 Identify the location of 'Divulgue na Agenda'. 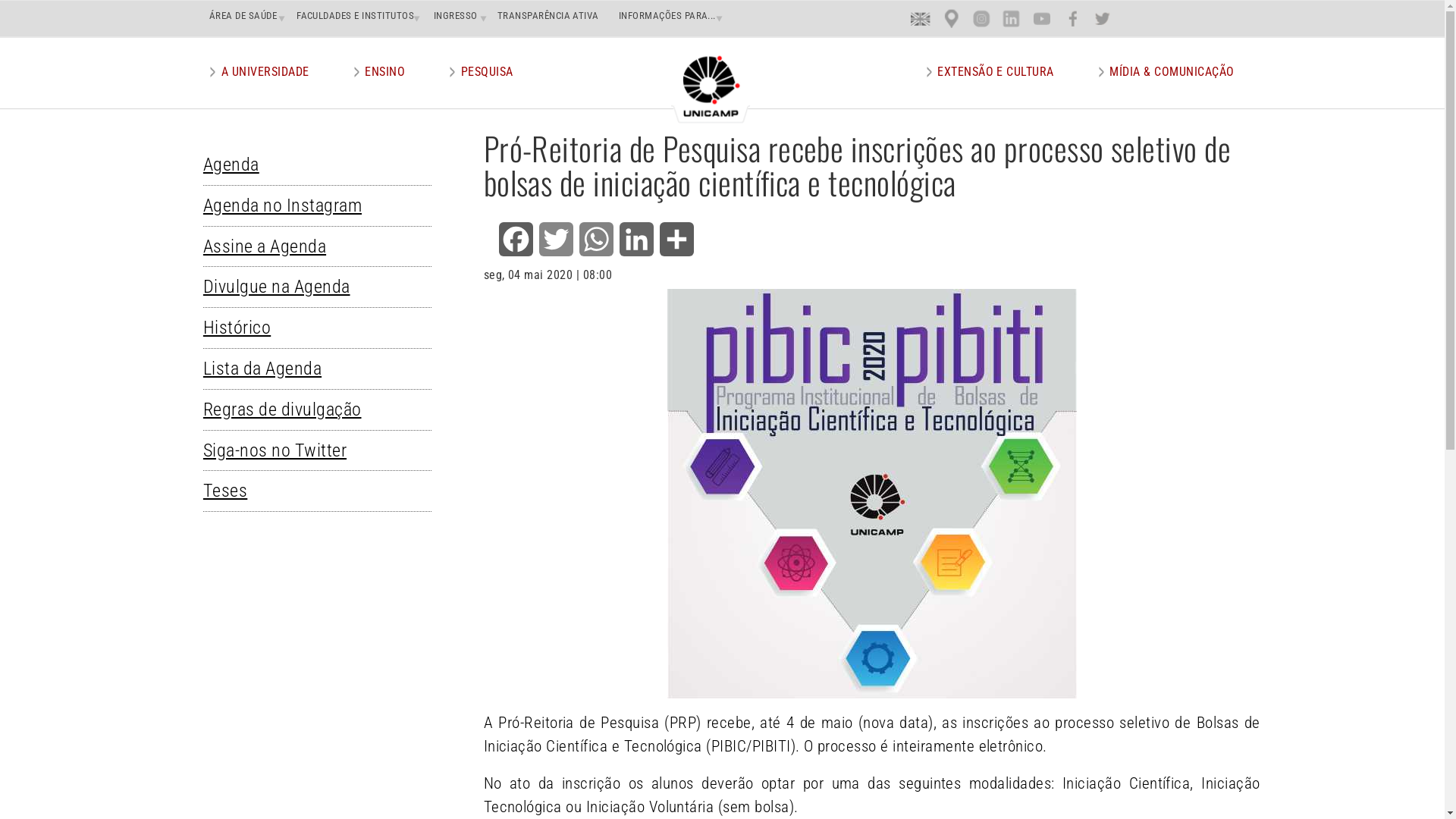
(284, 287).